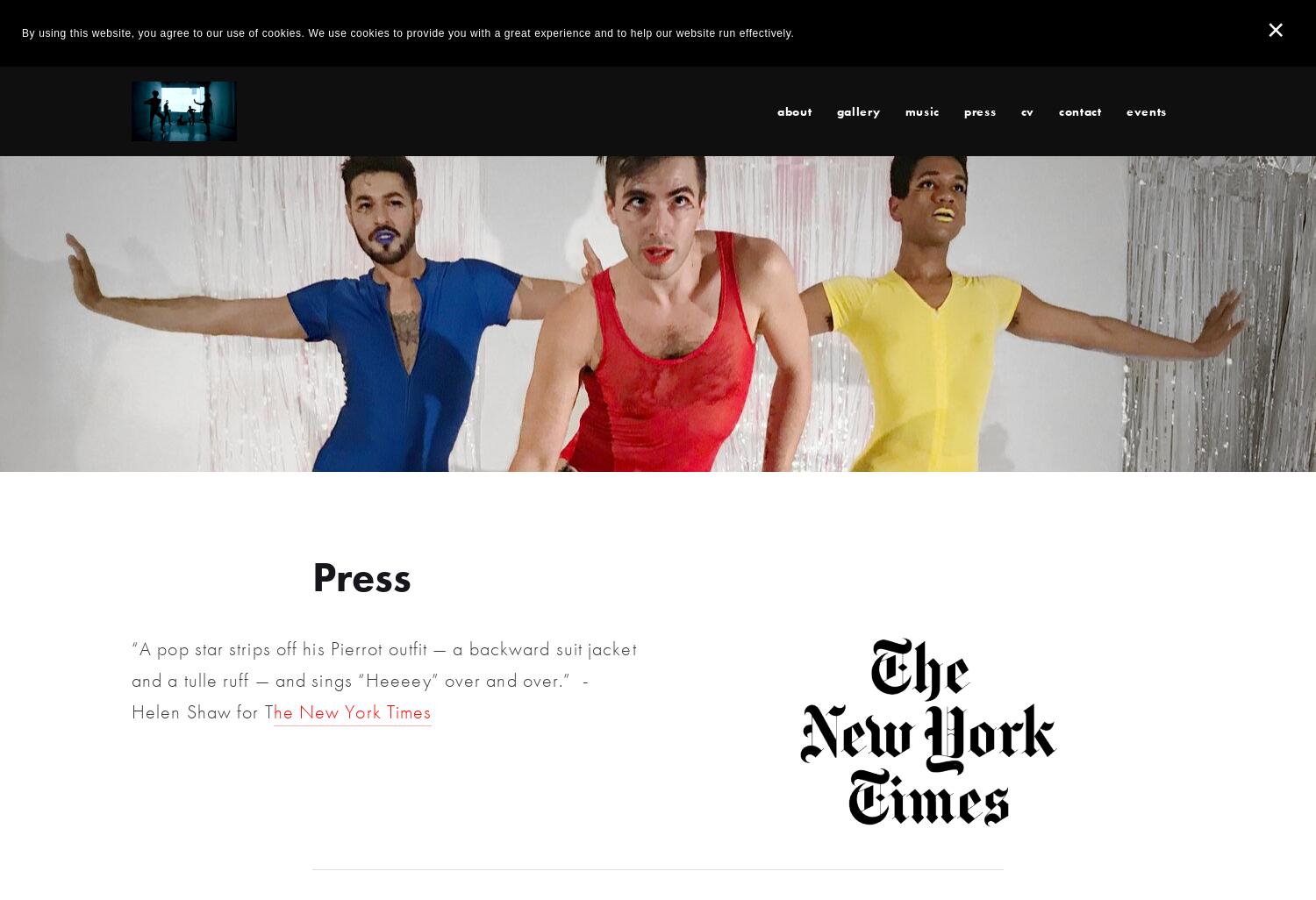  I want to click on 'Events', so click(1146, 110).